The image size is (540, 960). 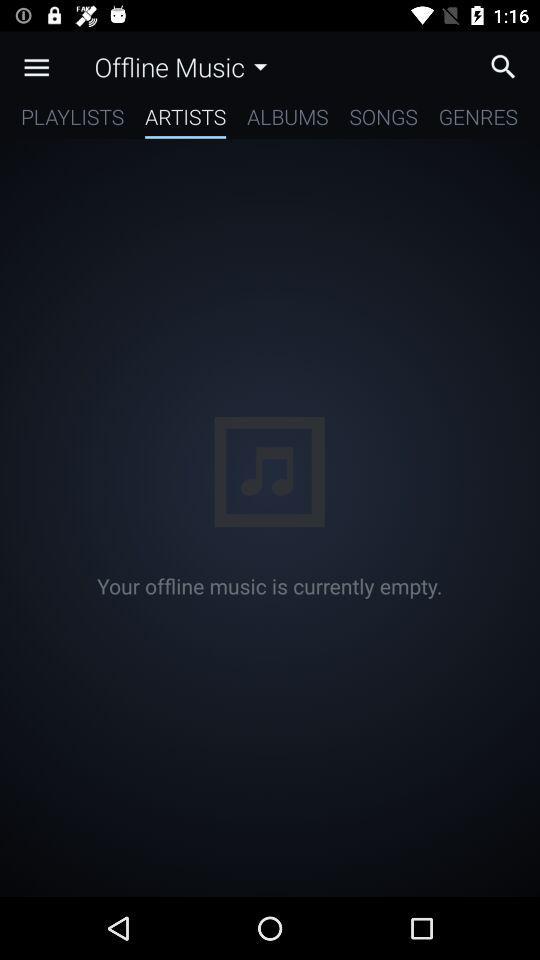 I want to click on the playlists icon, so click(x=71, y=120).